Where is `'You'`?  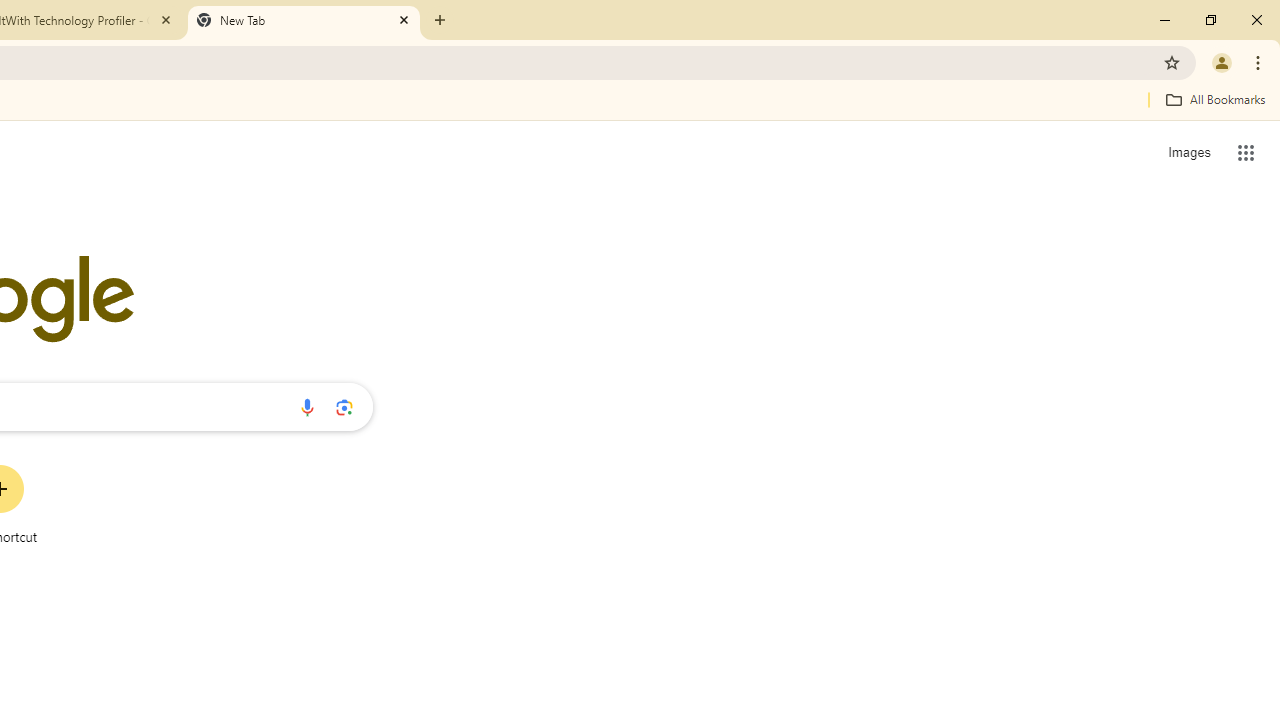
'You' is located at coordinates (1220, 61).